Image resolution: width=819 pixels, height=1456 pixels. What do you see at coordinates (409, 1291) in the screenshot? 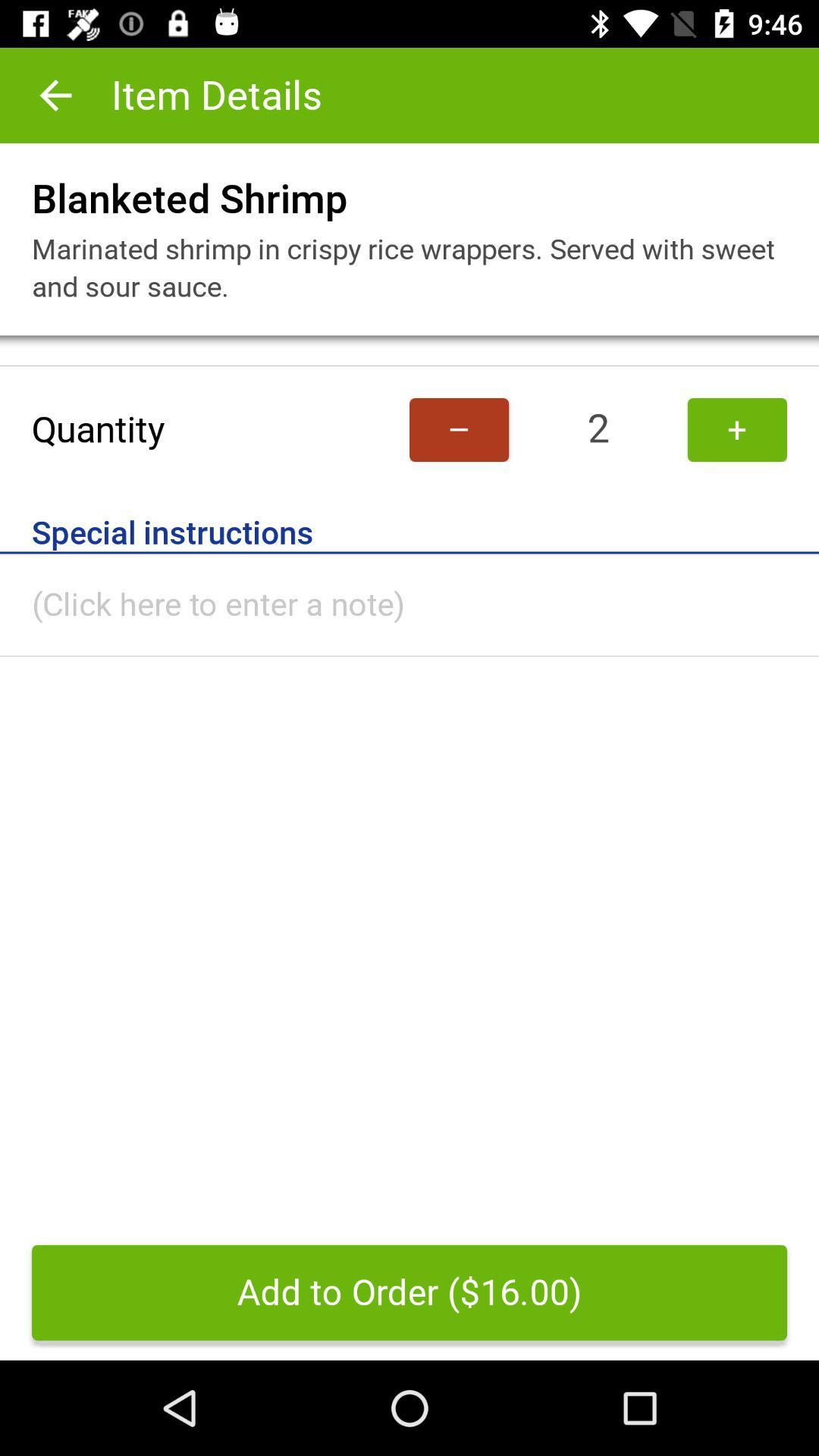
I see `add to order icon` at bounding box center [409, 1291].